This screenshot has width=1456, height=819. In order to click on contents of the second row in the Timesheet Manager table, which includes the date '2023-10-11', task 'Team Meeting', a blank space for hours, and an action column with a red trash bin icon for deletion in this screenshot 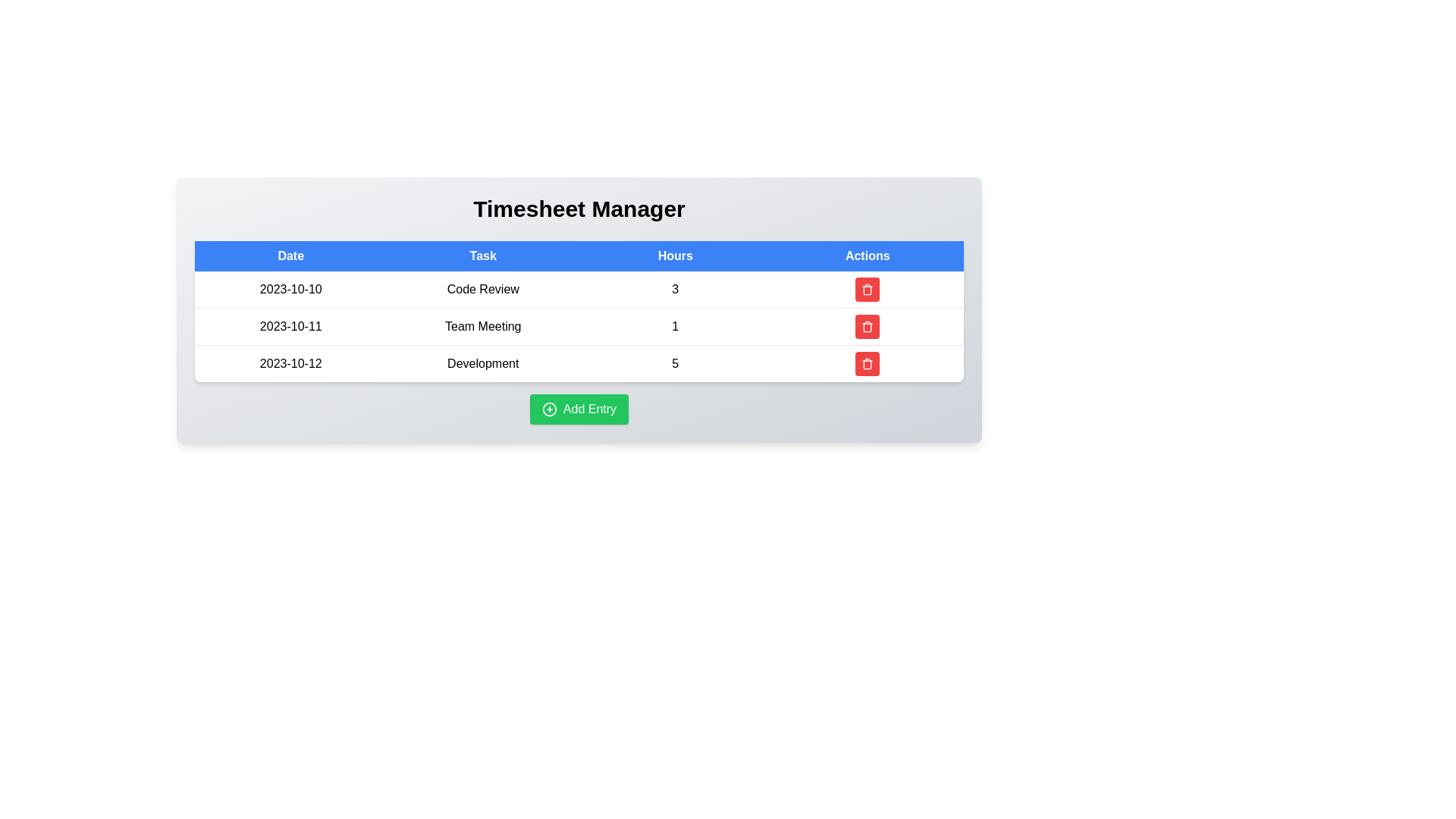, I will do `click(578, 326)`.